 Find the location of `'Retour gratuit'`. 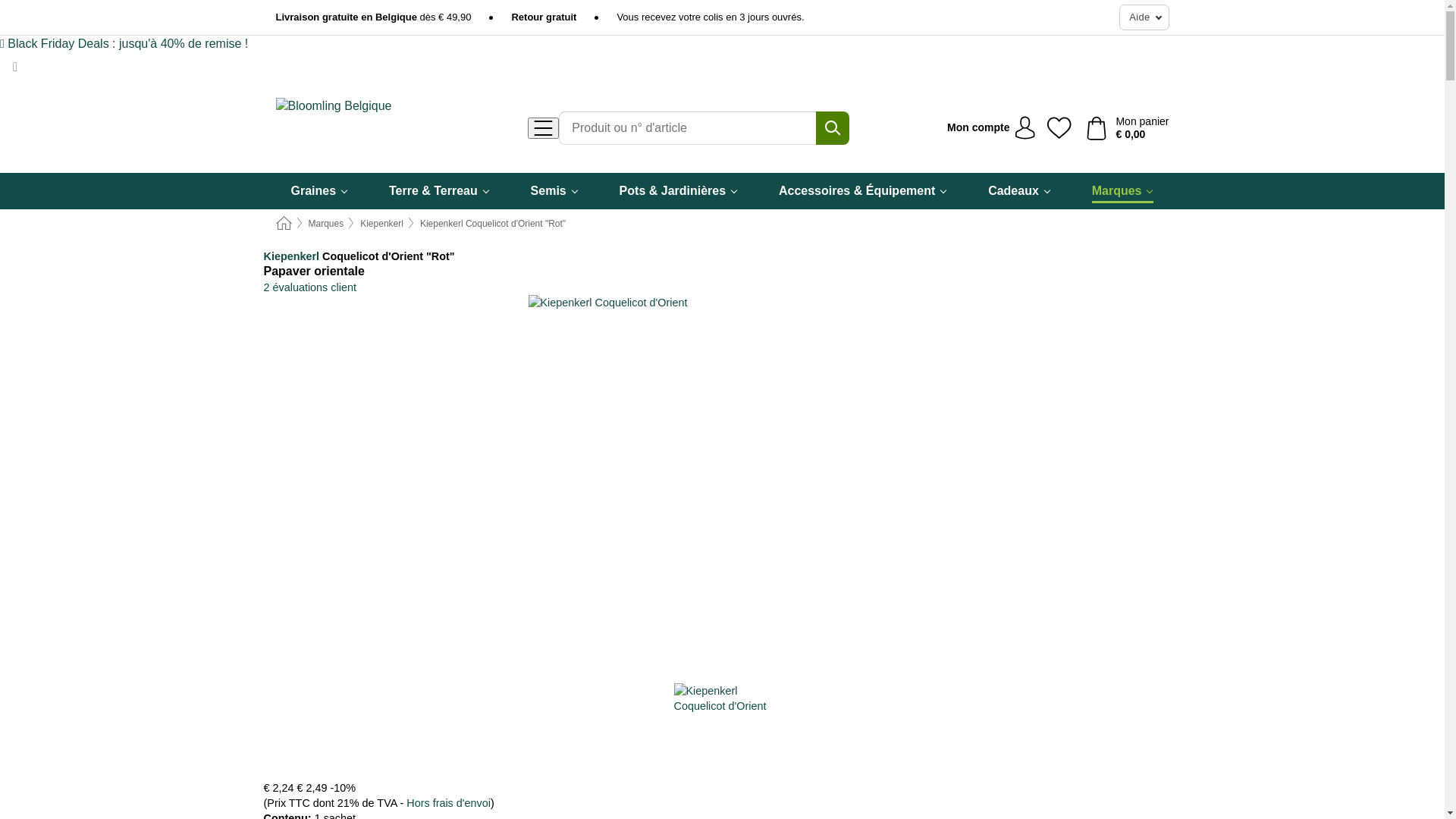

'Retour gratuit' is located at coordinates (543, 17).